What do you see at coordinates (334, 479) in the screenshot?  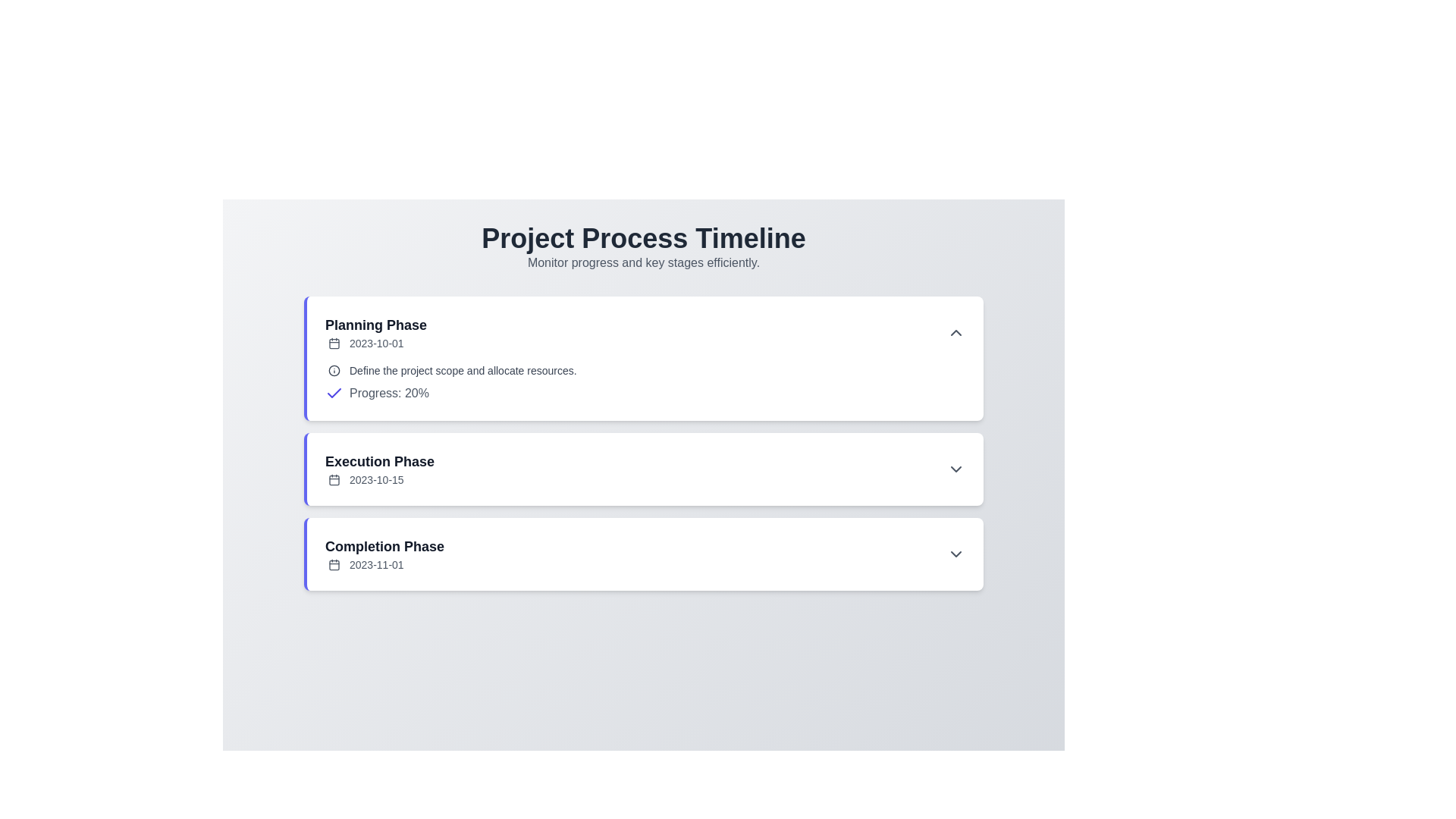 I see `the Calendar Icon located in the 'Execution Phase' section, positioned to the left of the date '2023-10-15'` at bounding box center [334, 479].